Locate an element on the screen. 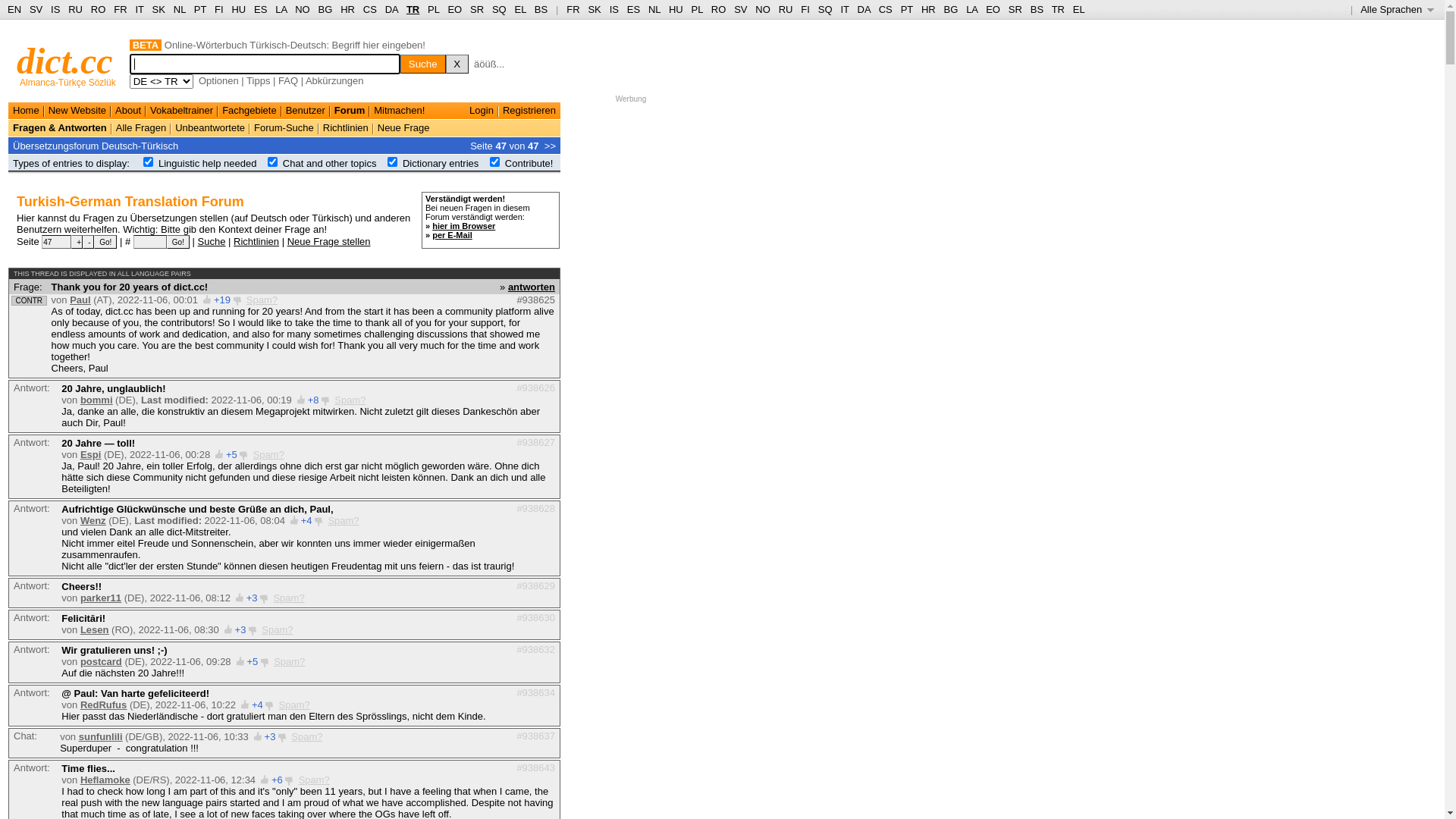  'CS' is located at coordinates (370, 9).